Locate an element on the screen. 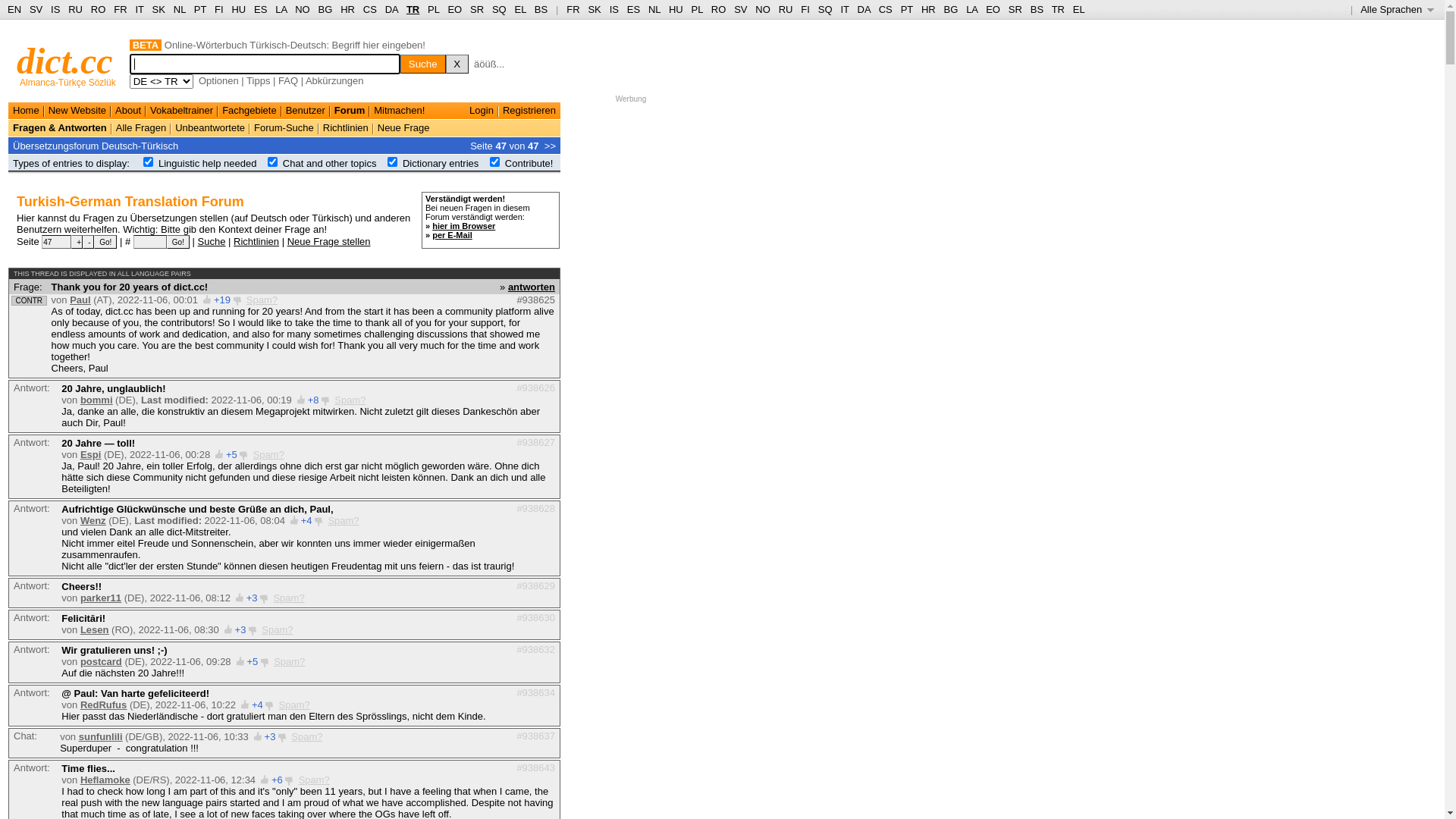  'CS' is located at coordinates (370, 9).